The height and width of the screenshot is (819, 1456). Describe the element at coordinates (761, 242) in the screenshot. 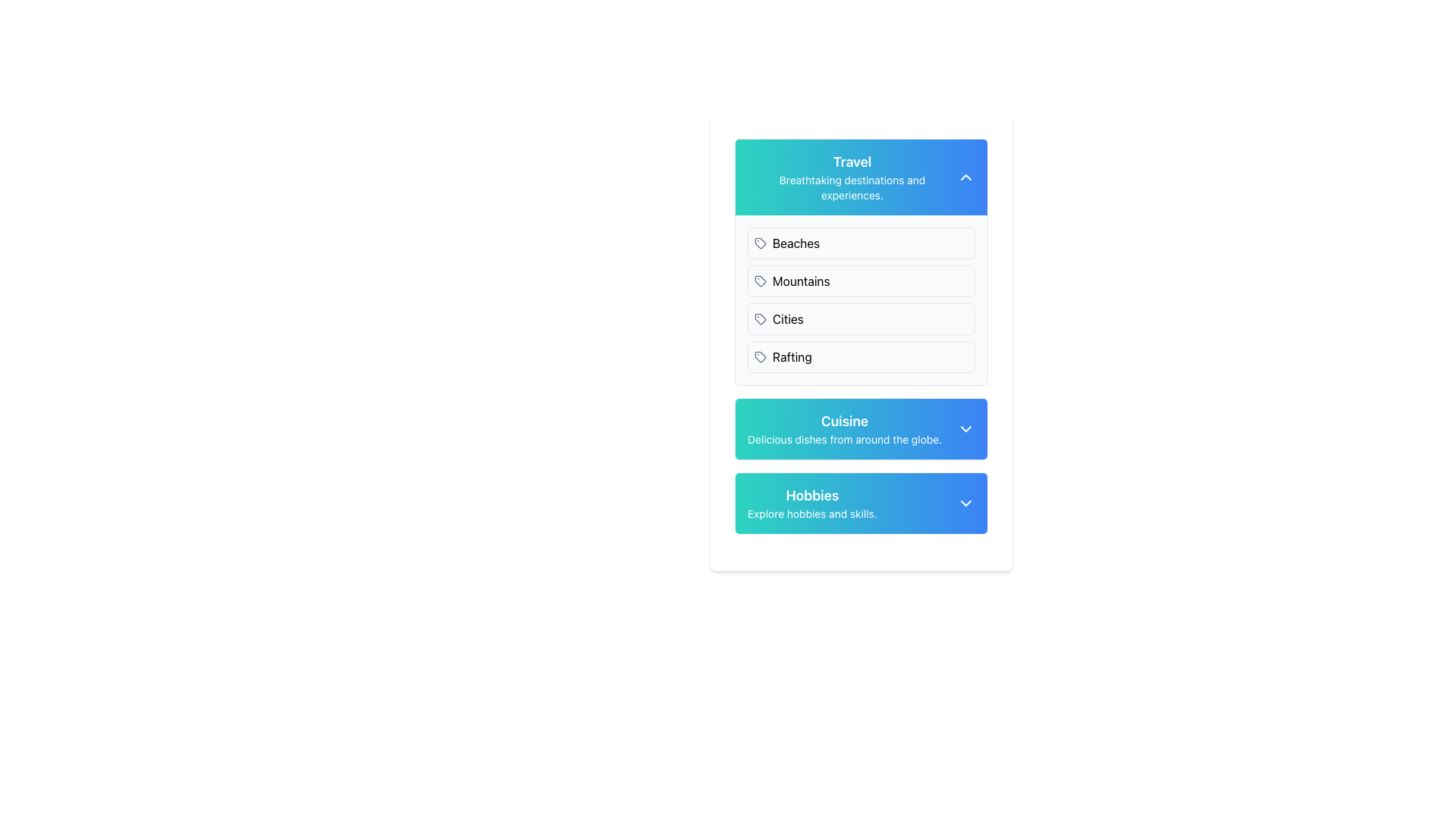

I see `the tag icon located at the top left of the 'Beaches' list item in the 'Travel' category` at that location.